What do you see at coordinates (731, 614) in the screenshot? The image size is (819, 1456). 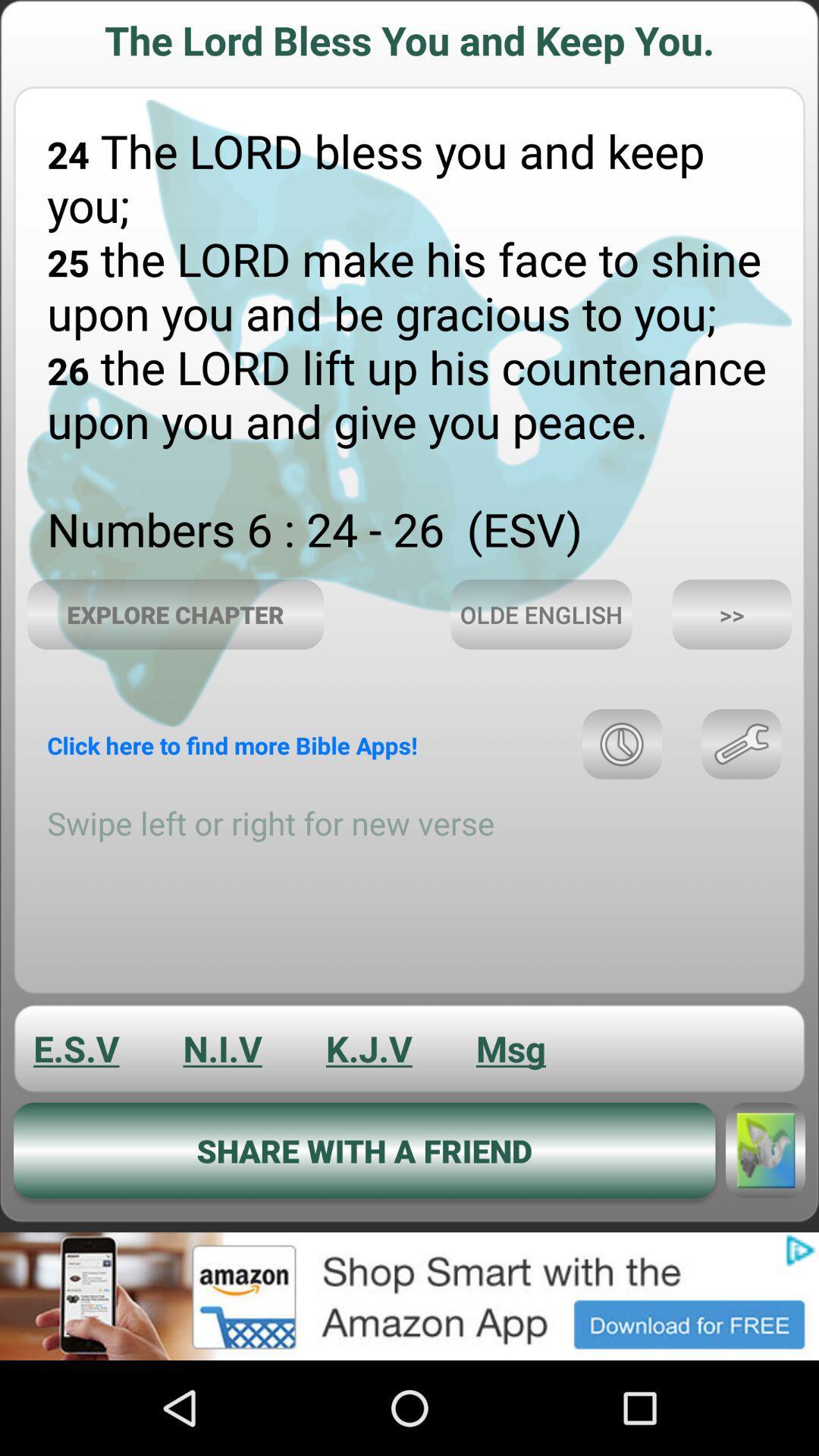 I see `the button next to olde english` at bounding box center [731, 614].